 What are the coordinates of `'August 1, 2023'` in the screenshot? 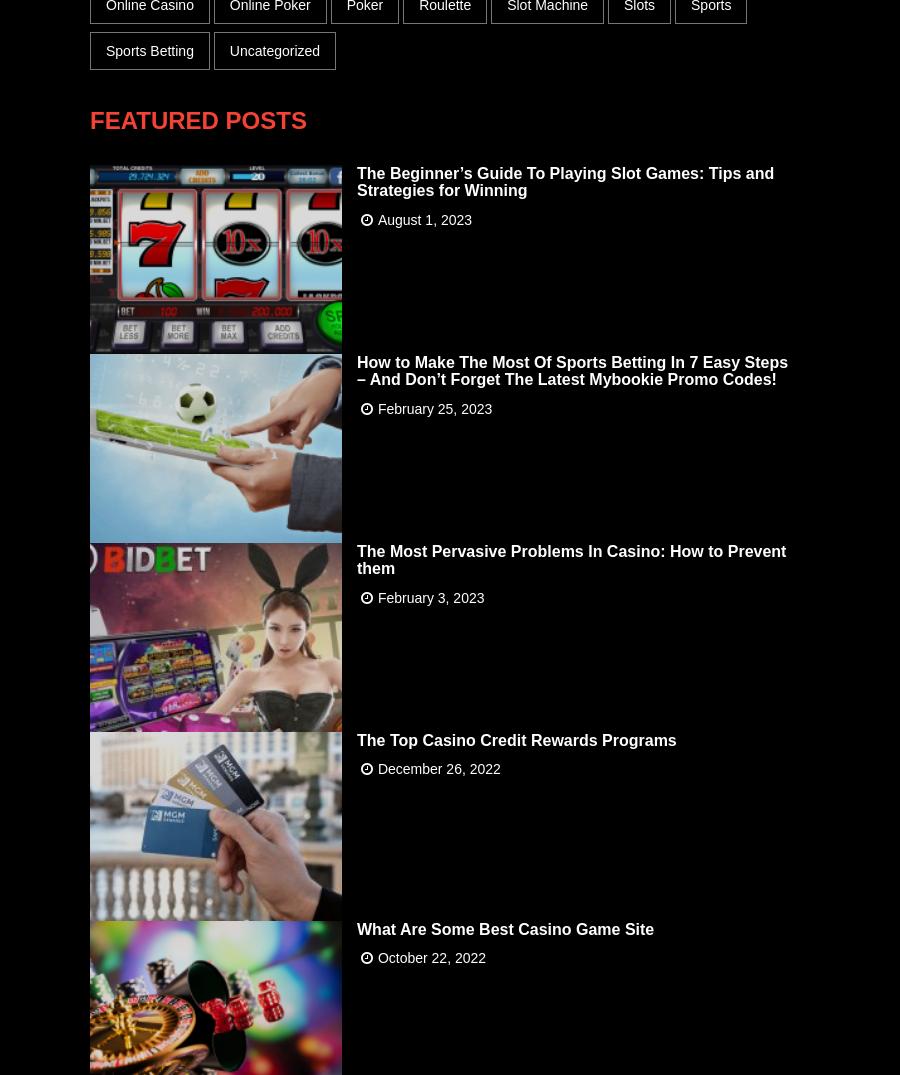 It's located at (424, 217).